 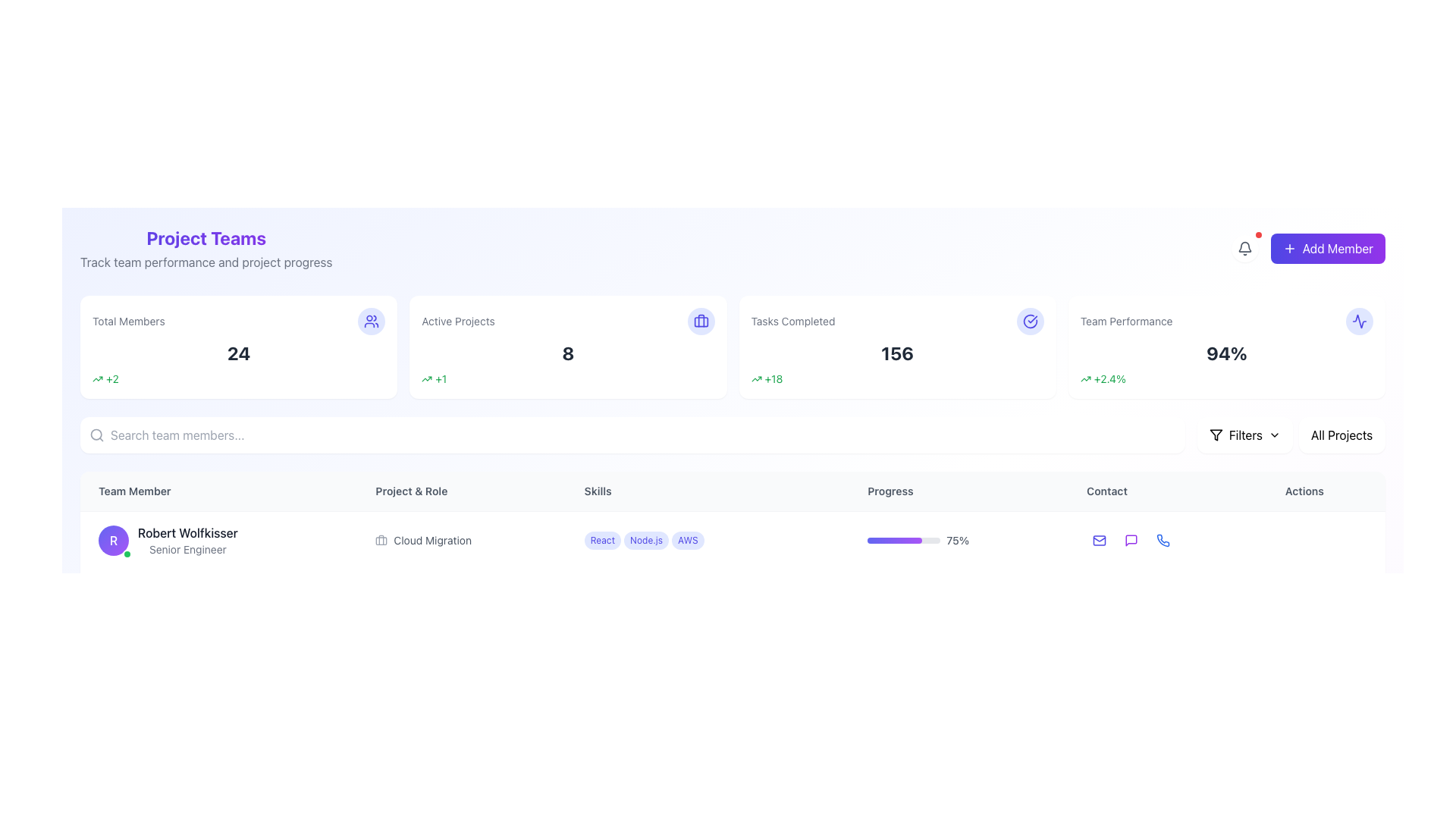 What do you see at coordinates (1131, 540) in the screenshot?
I see `the communication icon located near the 'Contact' section of the UI` at bounding box center [1131, 540].